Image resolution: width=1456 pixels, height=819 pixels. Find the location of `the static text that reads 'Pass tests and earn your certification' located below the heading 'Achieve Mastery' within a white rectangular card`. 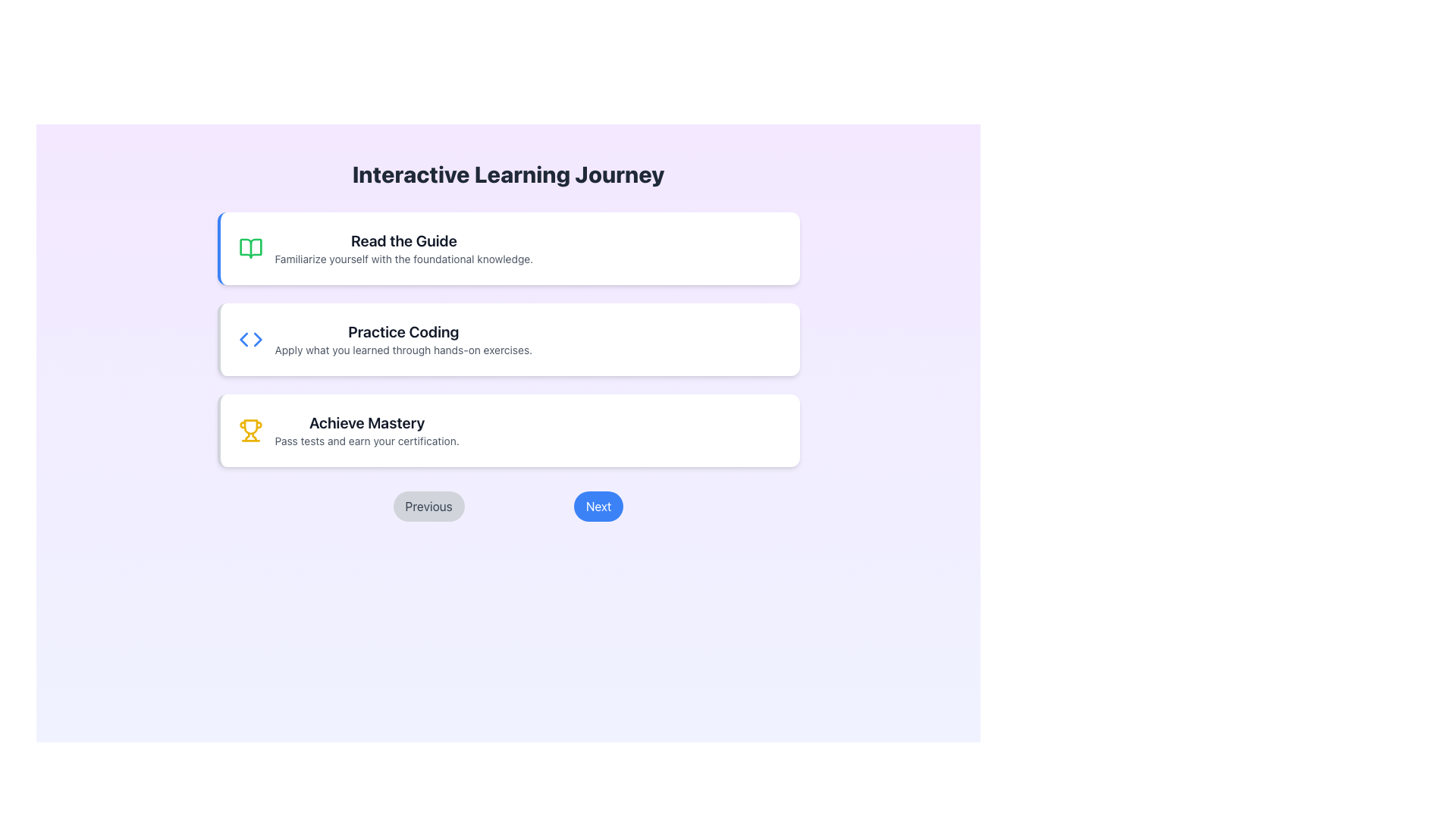

the static text that reads 'Pass tests and earn your certification' located below the heading 'Achieve Mastery' within a white rectangular card is located at coordinates (367, 441).